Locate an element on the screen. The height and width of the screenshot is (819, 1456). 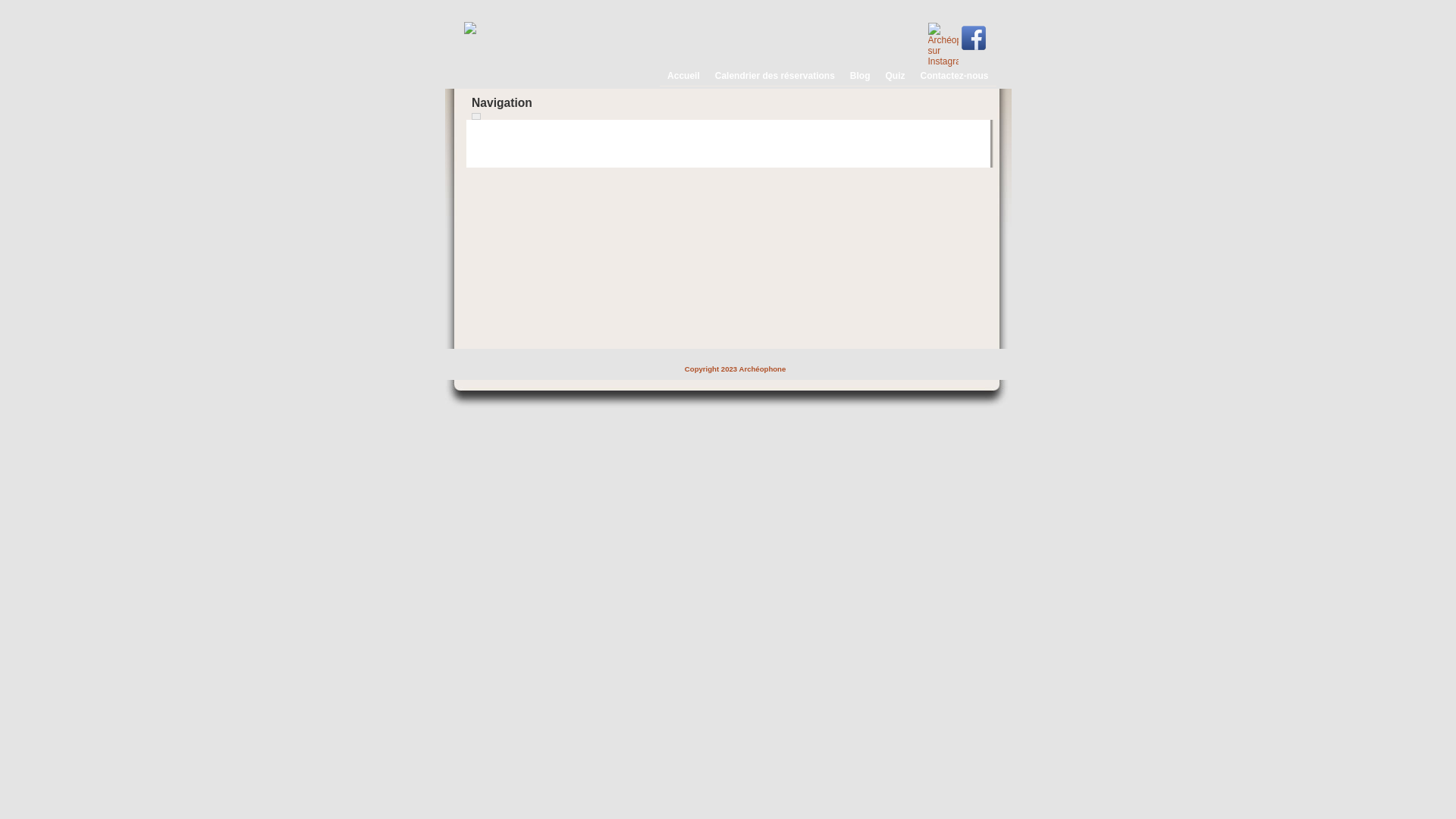
'Contactez-nous' is located at coordinates (952, 73).